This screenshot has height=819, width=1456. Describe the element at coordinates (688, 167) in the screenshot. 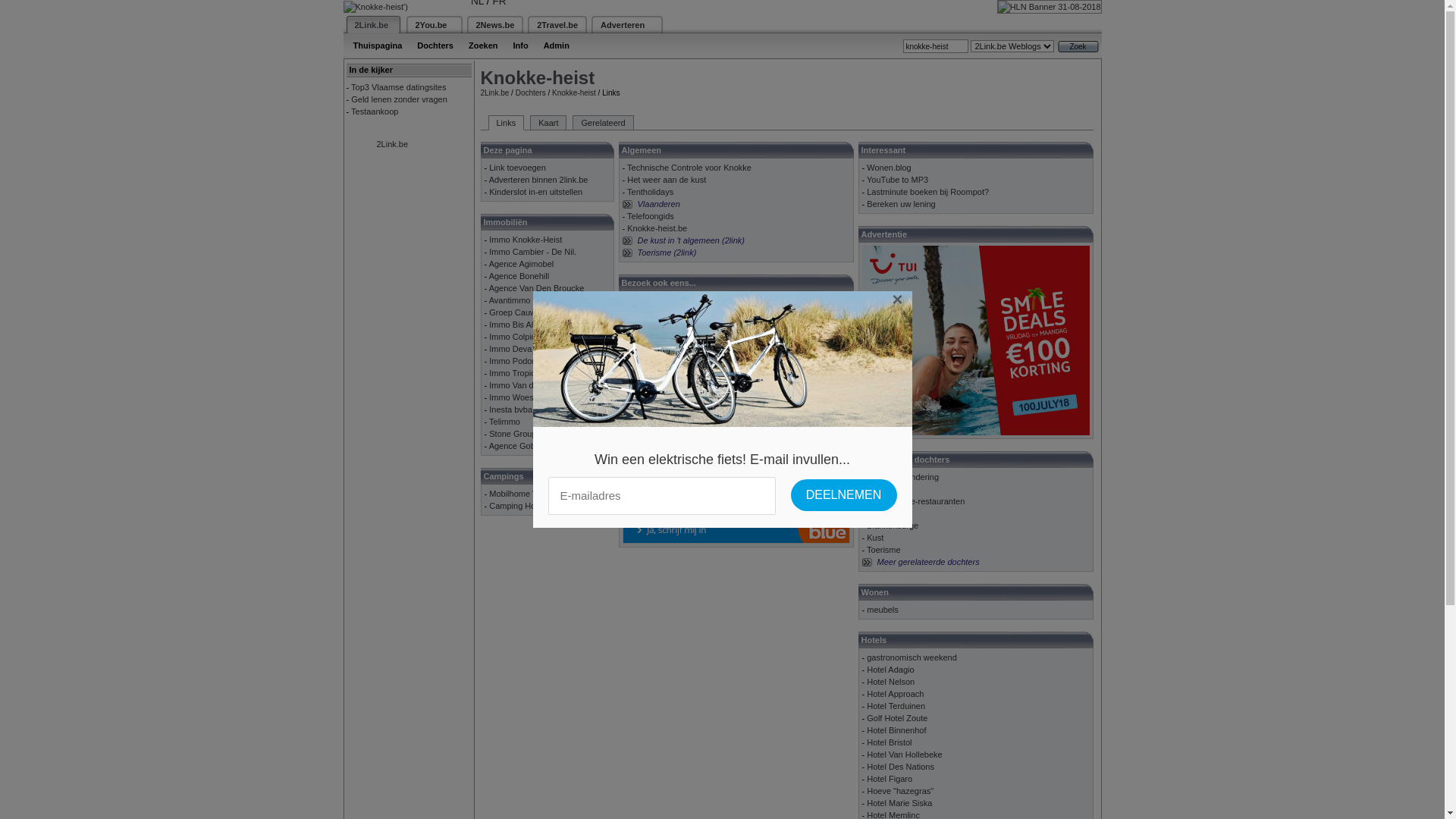

I see `'Technische Controle voor Knokke'` at that location.